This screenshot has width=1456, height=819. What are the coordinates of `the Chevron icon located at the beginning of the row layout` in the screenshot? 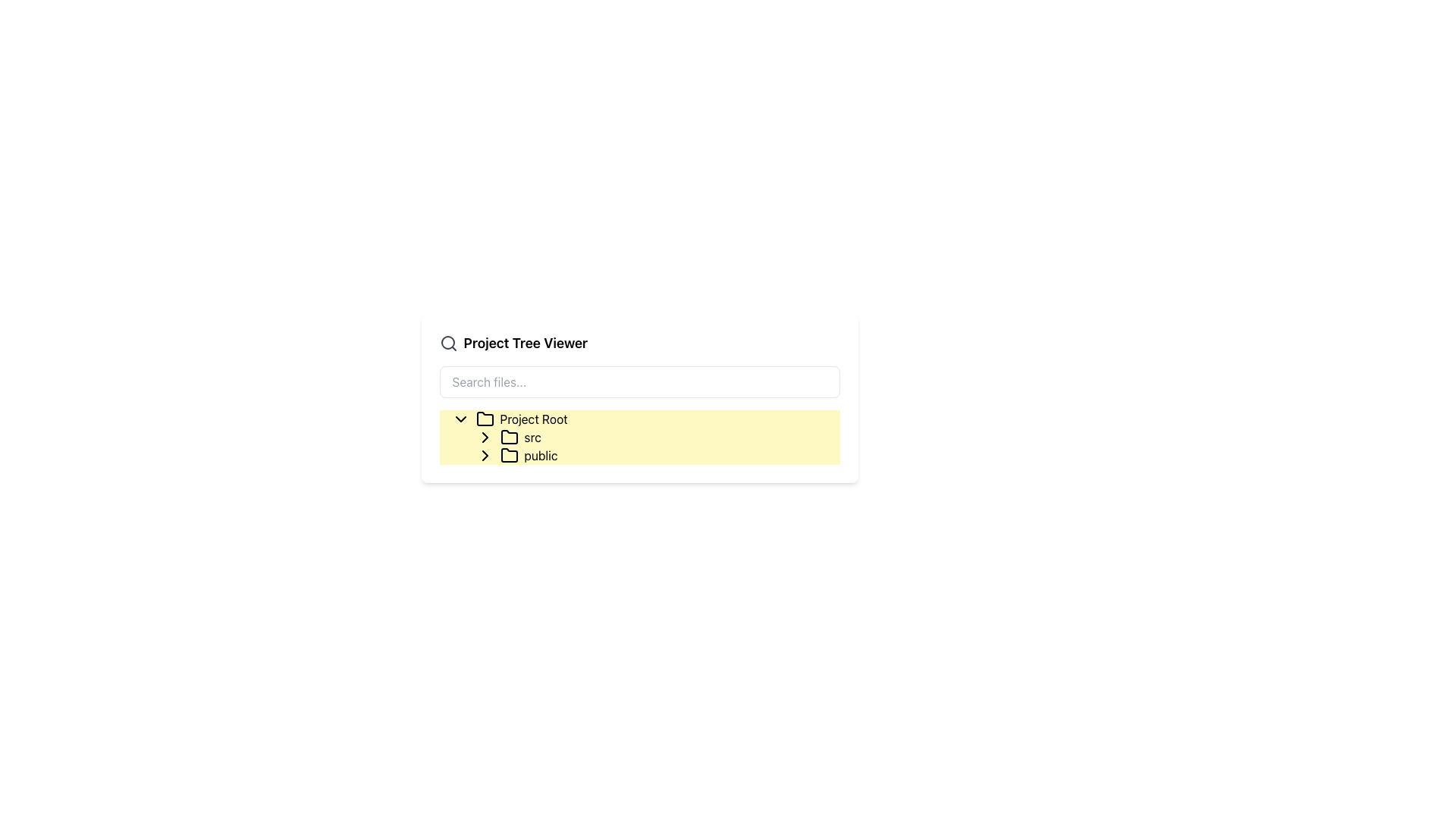 It's located at (484, 455).